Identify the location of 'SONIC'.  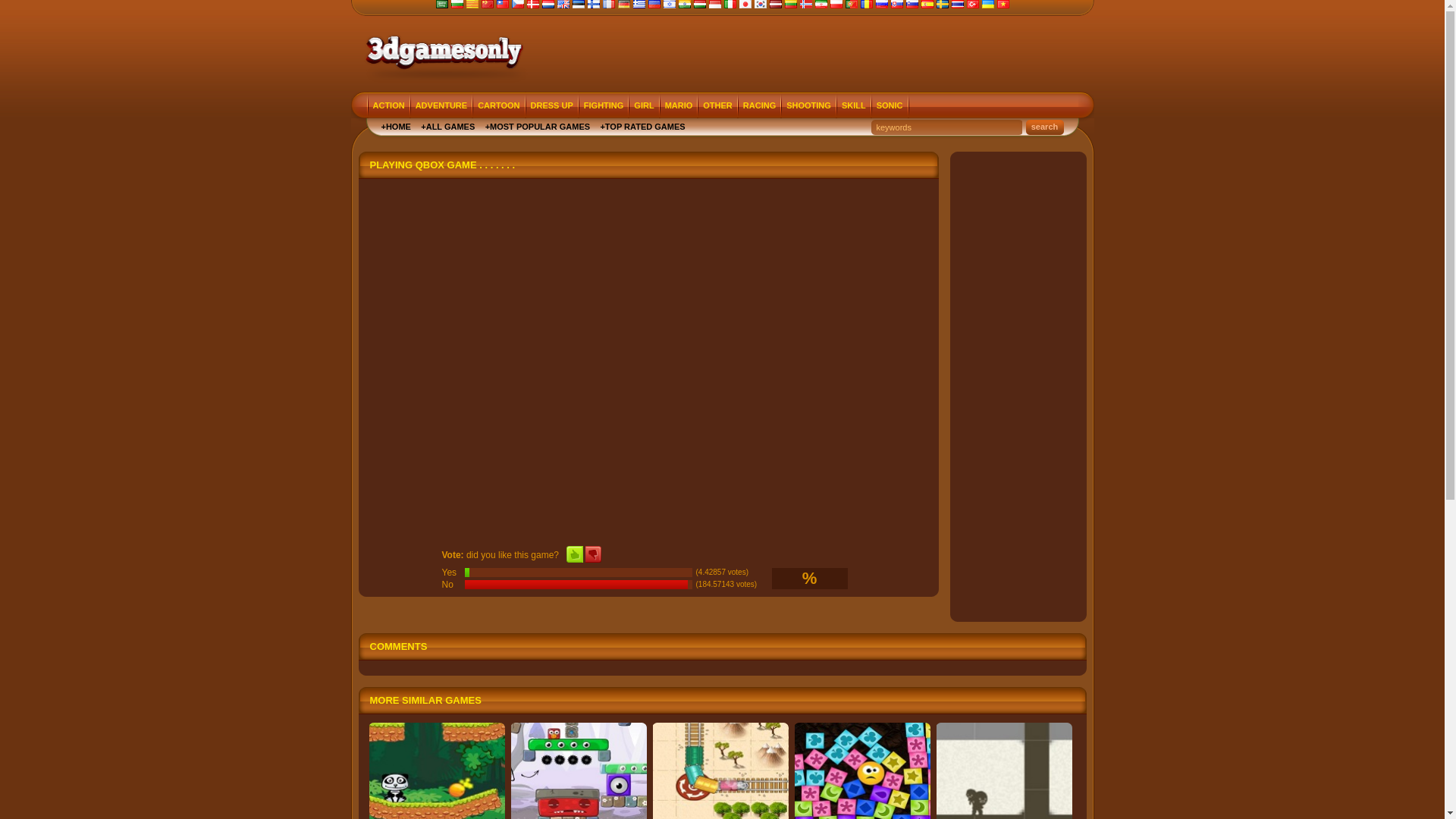
(890, 105).